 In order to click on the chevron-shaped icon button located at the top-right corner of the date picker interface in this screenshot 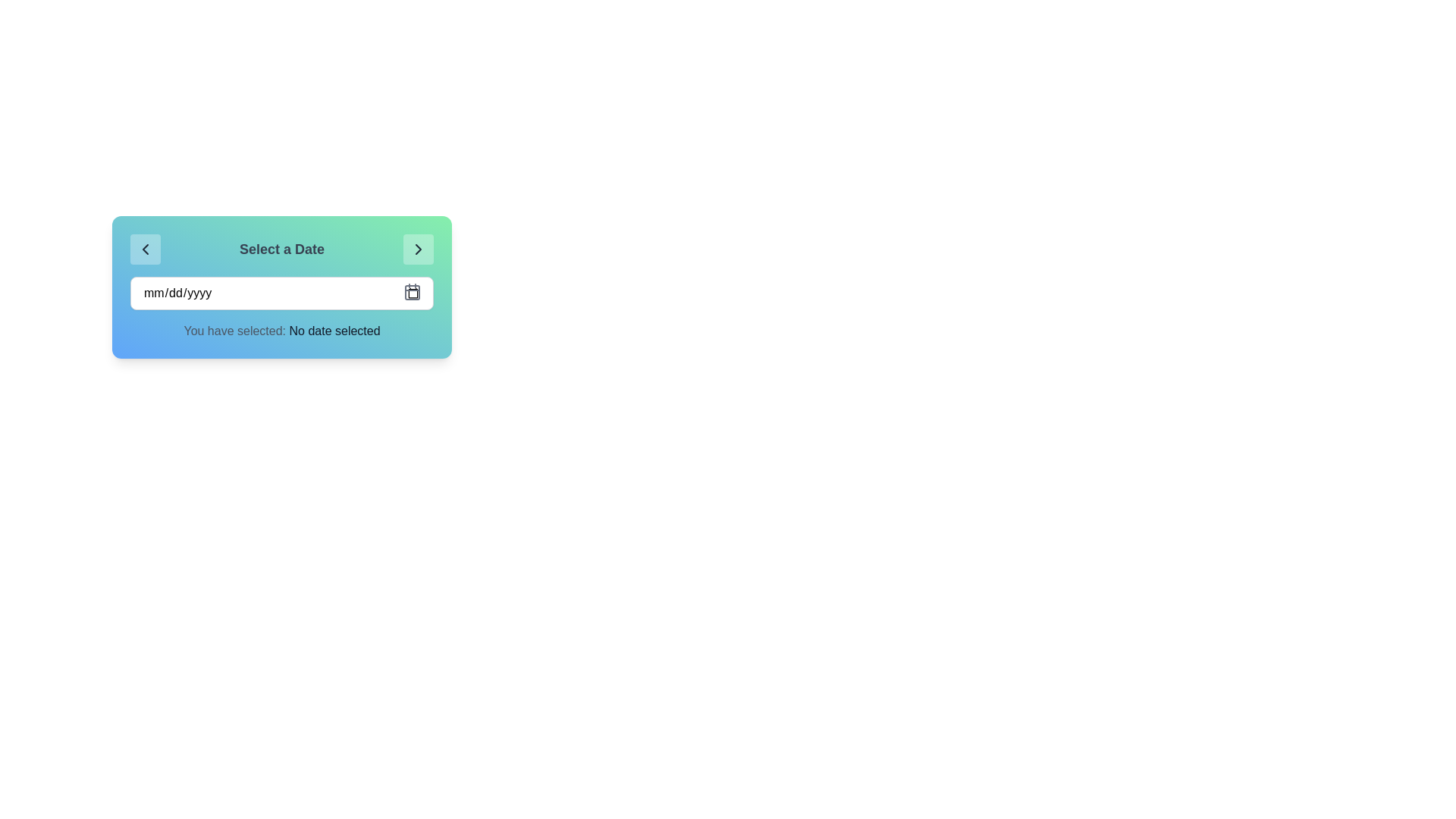, I will do `click(419, 248)`.